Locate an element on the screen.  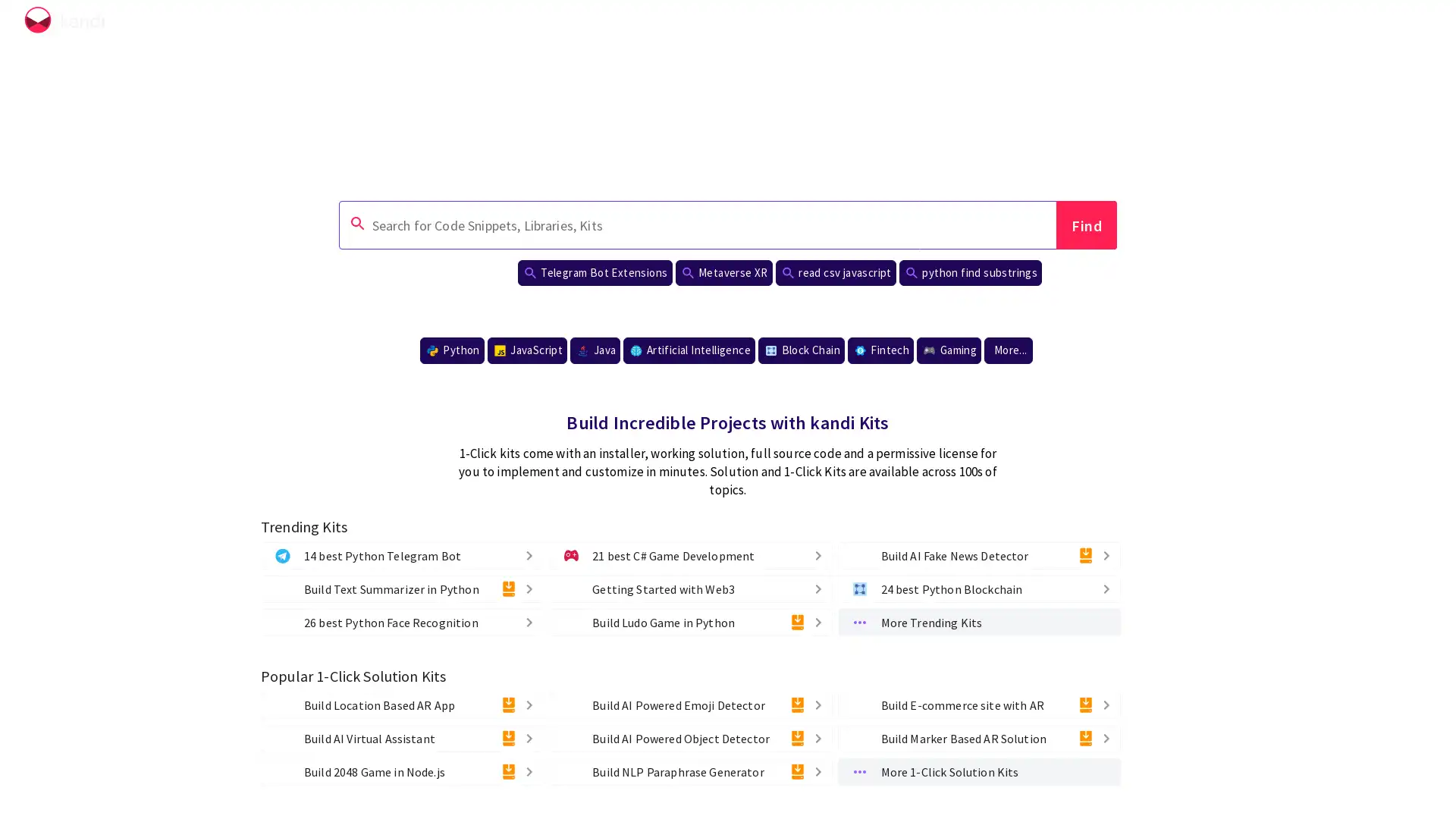
More 1-Click Solution Kits is located at coordinates (978, 771).